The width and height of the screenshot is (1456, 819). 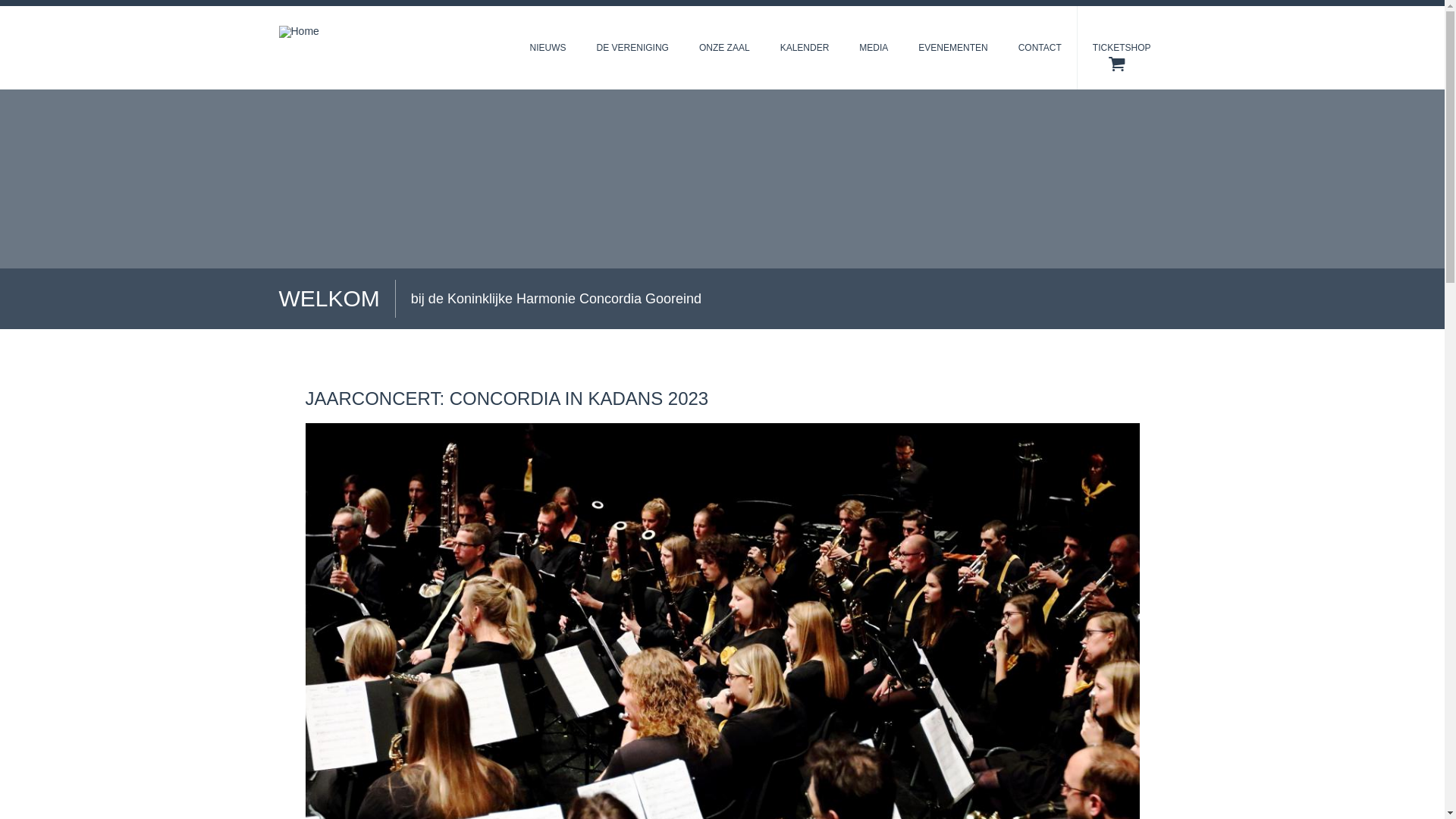 I want to click on 'CONTACT', so click(x=1039, y=46).